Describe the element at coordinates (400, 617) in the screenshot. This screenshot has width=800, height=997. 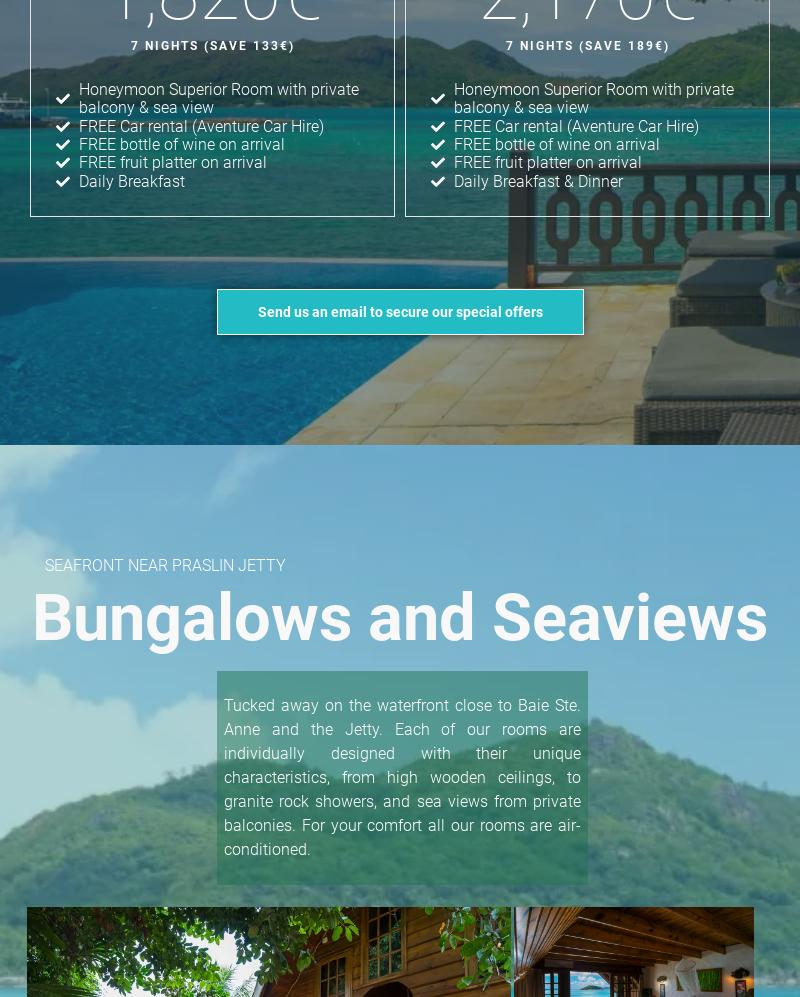
I see `'Bungalows and Seaviews'` at that location.